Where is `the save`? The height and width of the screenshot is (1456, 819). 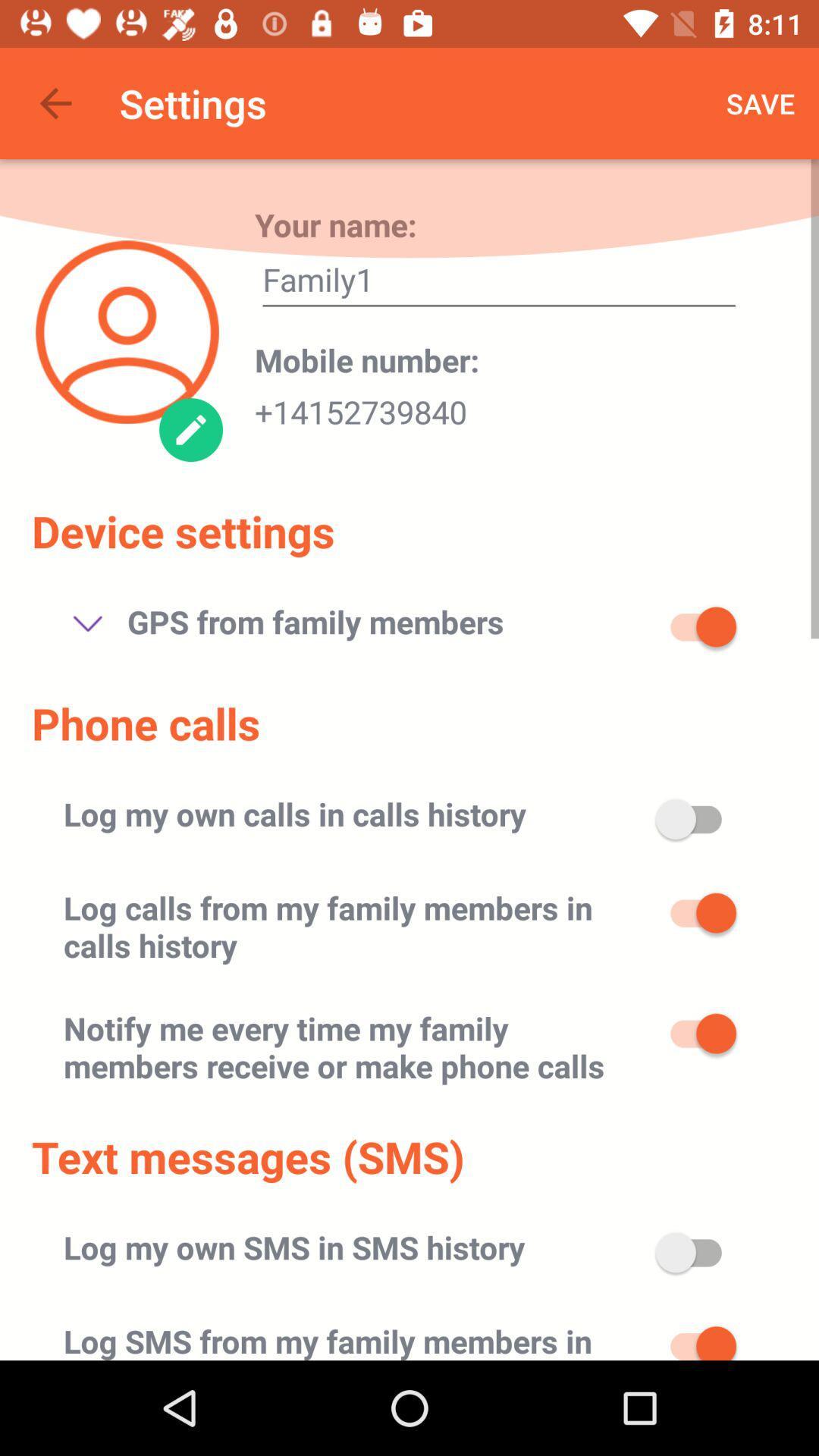 the save is located at coordinates (761, 102).